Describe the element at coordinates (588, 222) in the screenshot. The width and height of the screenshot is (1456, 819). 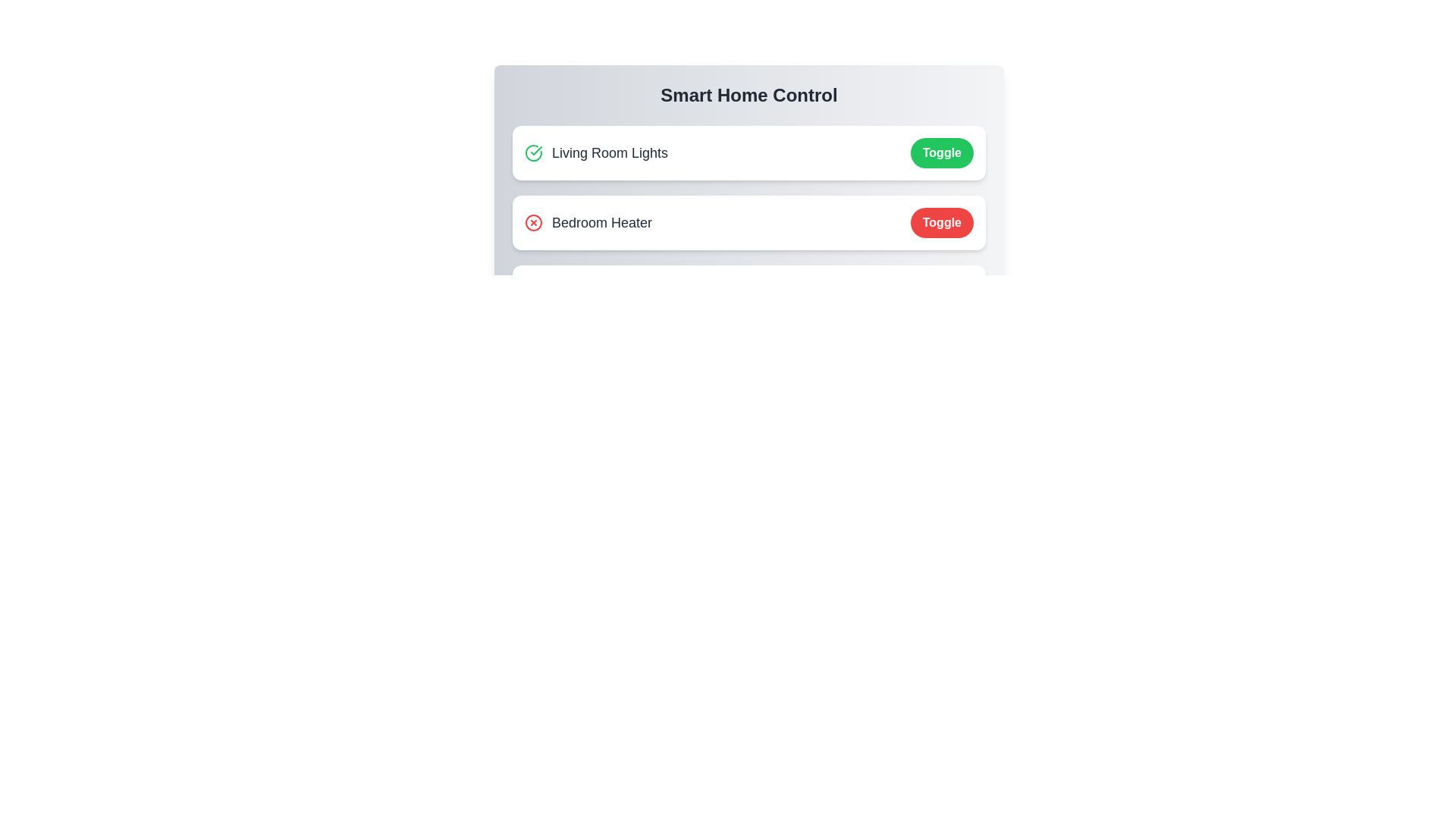
I see `the text label Bedroom Heater` at that location.